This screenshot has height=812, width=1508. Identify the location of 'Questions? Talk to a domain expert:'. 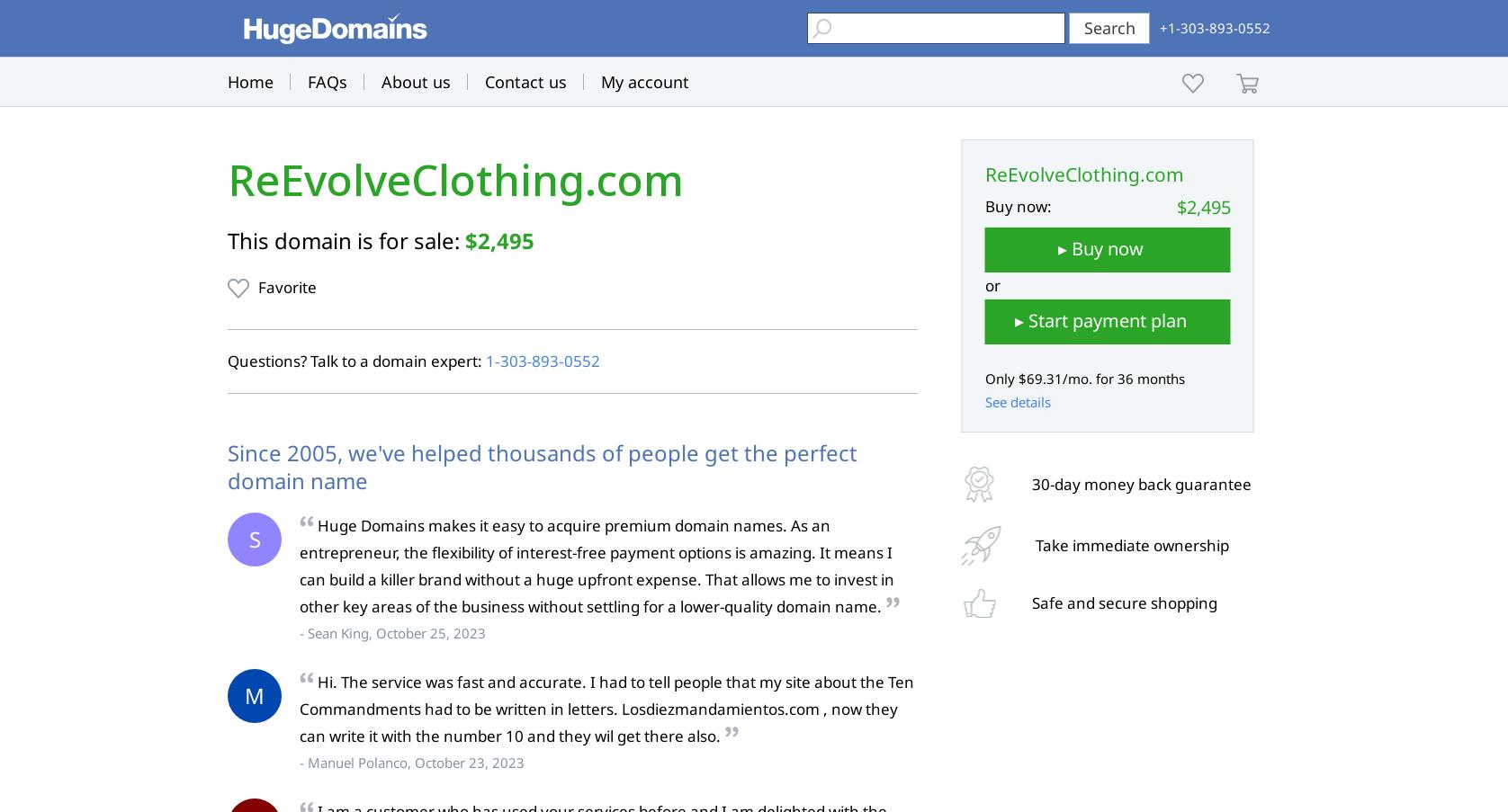
(355, 360).